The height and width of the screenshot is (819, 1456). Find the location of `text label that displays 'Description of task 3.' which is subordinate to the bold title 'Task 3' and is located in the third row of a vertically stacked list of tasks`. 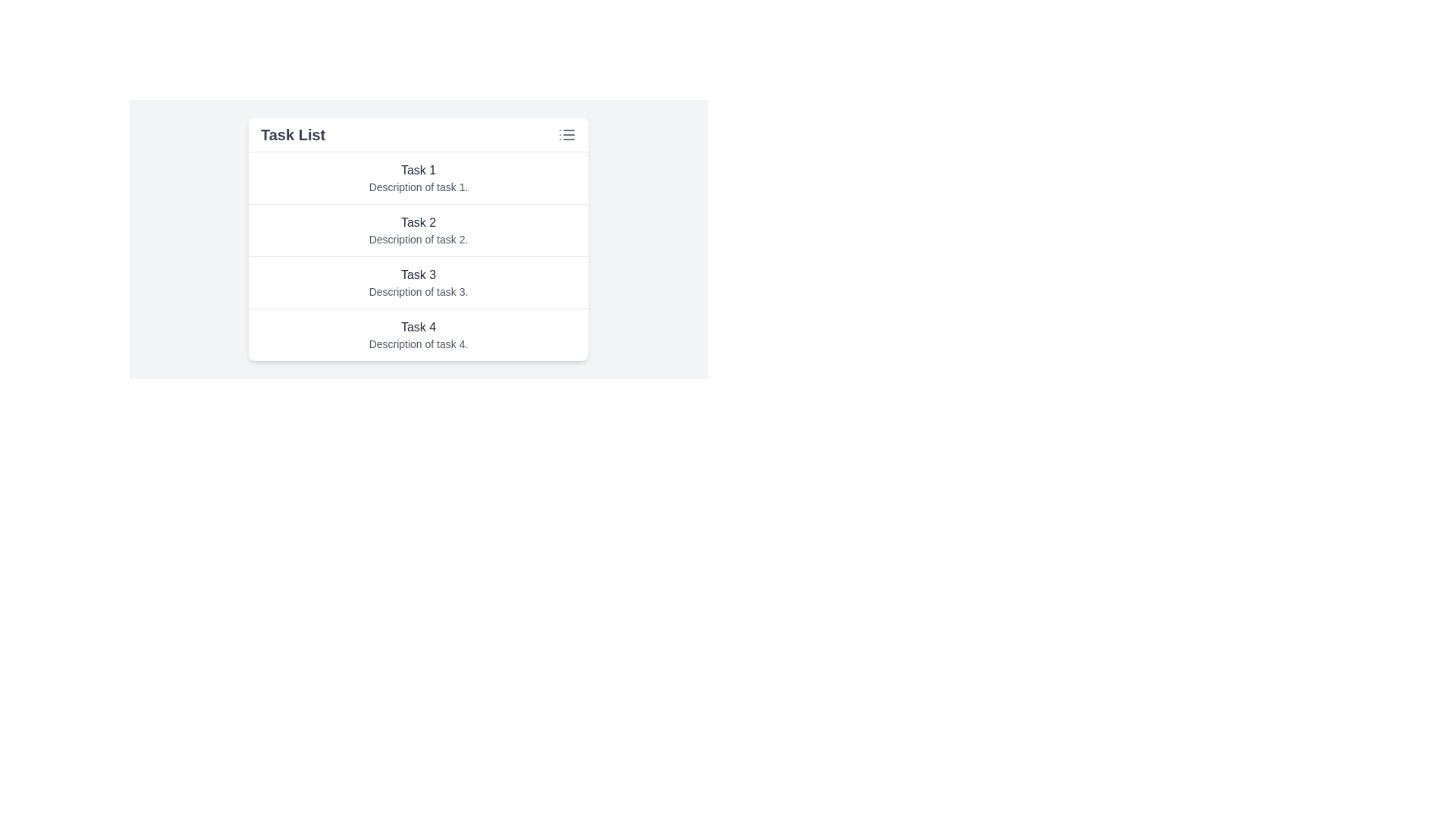

text label that displays 'Description of task 3.' which is subordinate to the bold title 'Task 3' and is located in the third row of a vertically stacked list of tasks is located at coordinates (419, 292).